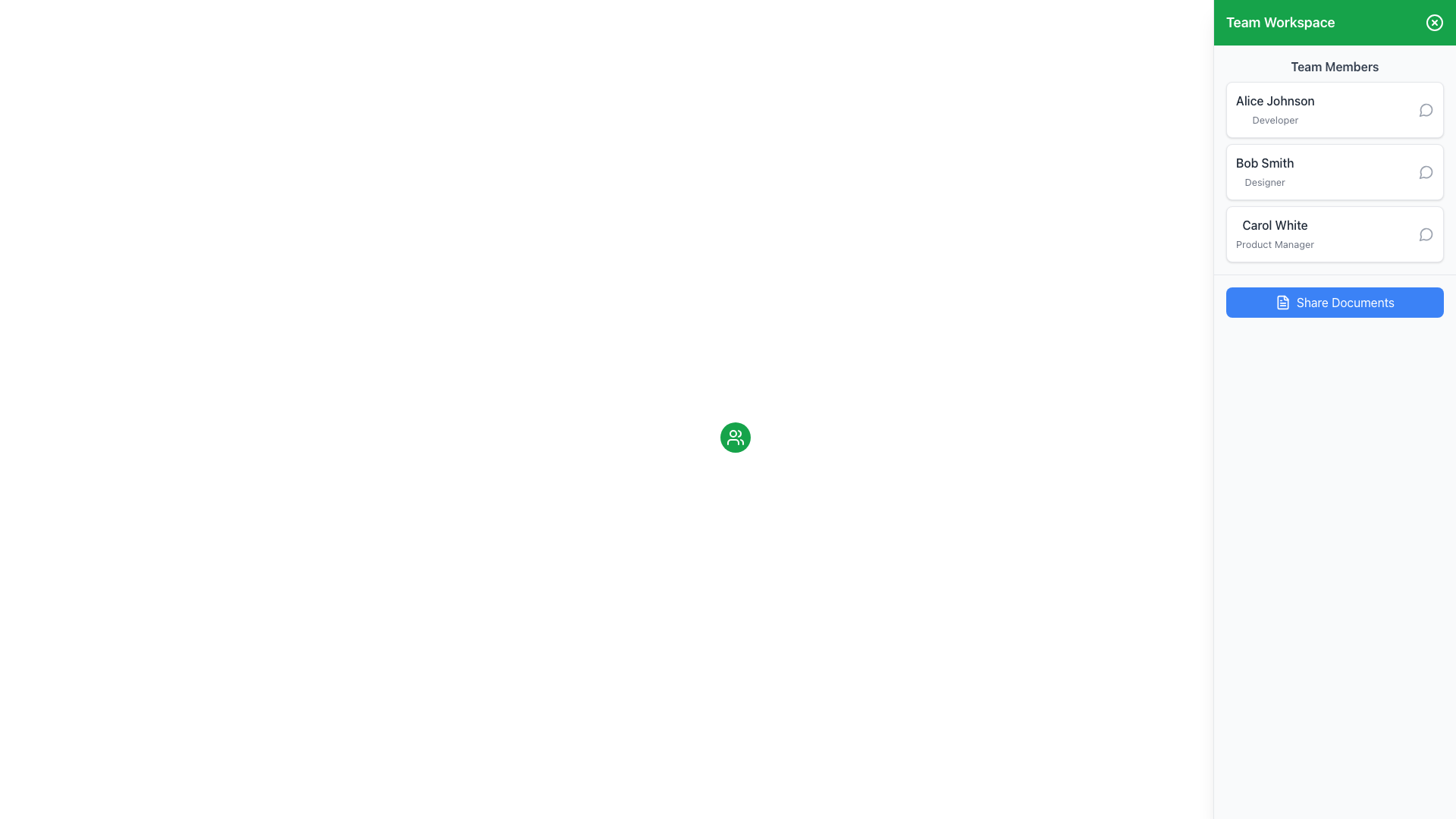  Describe the element at coordinates (1425, 109) in the screenshot. I see `the circular chat icon located on the far right side of the 'Alice Johnson' entry in the 'Team Members' section to initiate a chat` at that location.